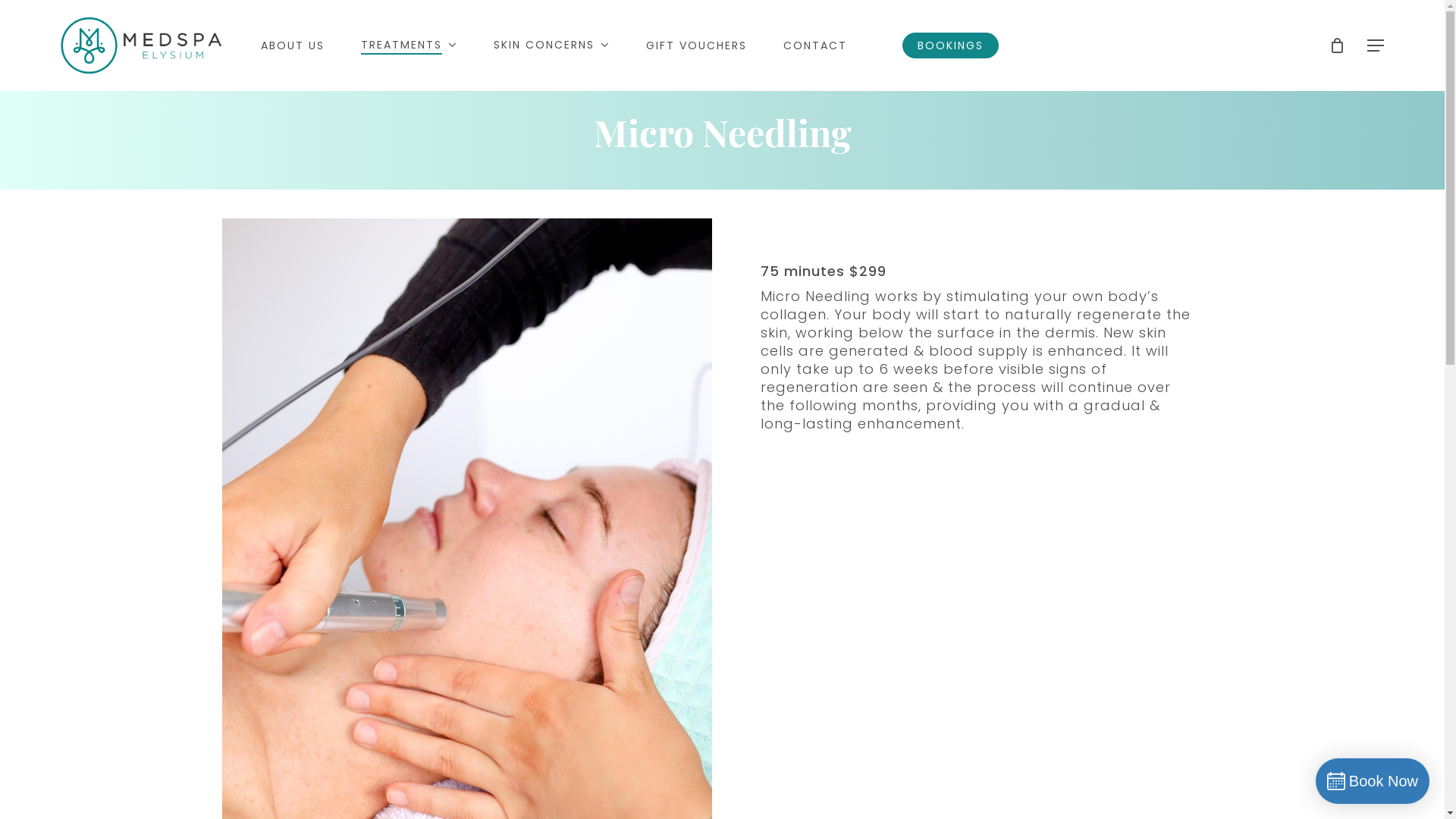 Image resolution: width=1456 pixels, height=819 pixels. I want to click on 'ABOUT US', so click(261, 45).